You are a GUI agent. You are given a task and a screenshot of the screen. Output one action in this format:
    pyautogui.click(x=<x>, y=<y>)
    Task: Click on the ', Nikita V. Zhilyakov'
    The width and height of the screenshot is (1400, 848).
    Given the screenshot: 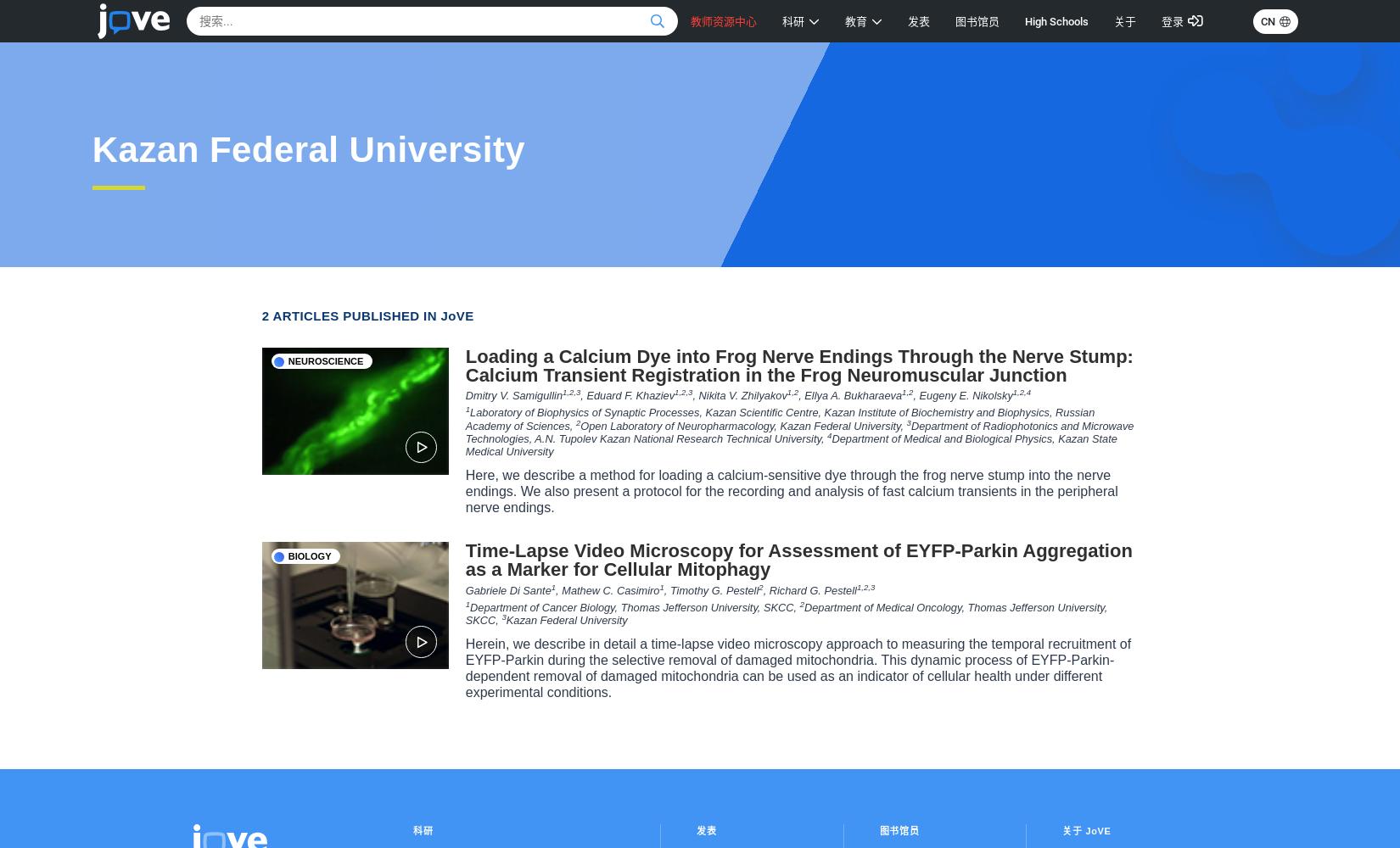 What is the action you would take?
    pyautogui.click(x=739, y=393)
    